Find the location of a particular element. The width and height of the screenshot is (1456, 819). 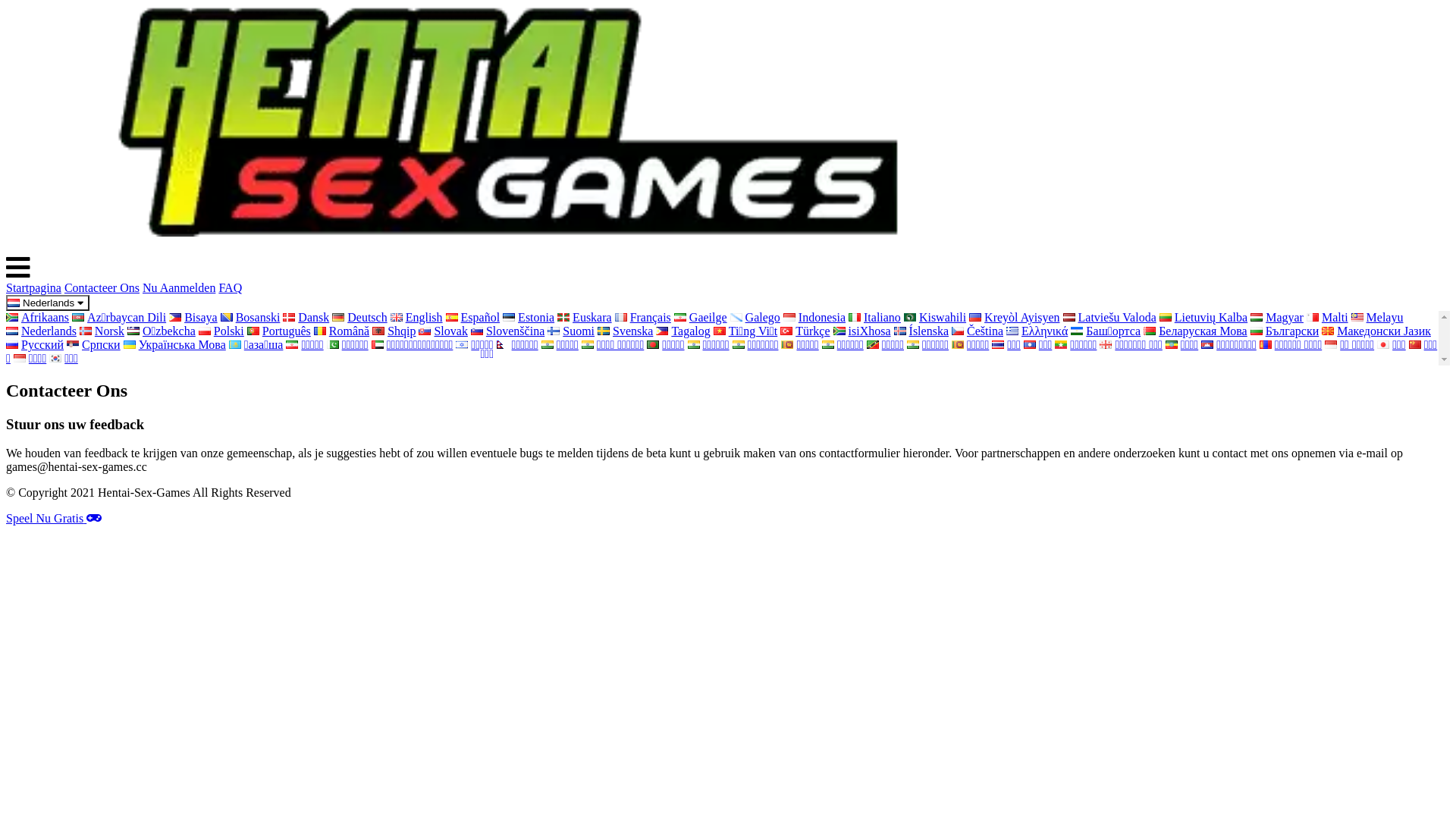

'English' is located at coordinates (390, 316).